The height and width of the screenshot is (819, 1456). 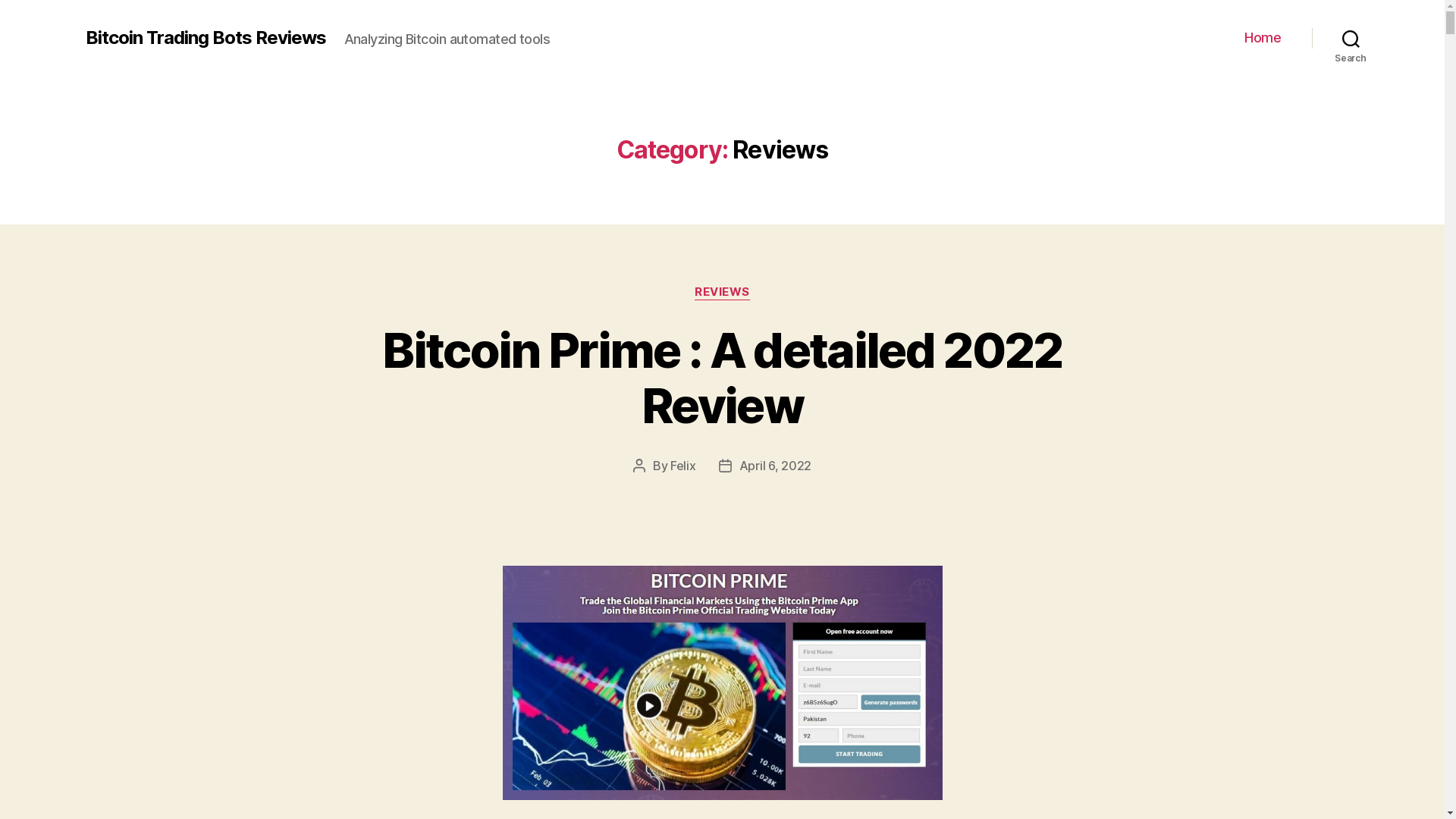 What do you see at coordinates (775, 464) in the screenshot?
I see `'April 6, 2022'` at bounding box center [775, 464].